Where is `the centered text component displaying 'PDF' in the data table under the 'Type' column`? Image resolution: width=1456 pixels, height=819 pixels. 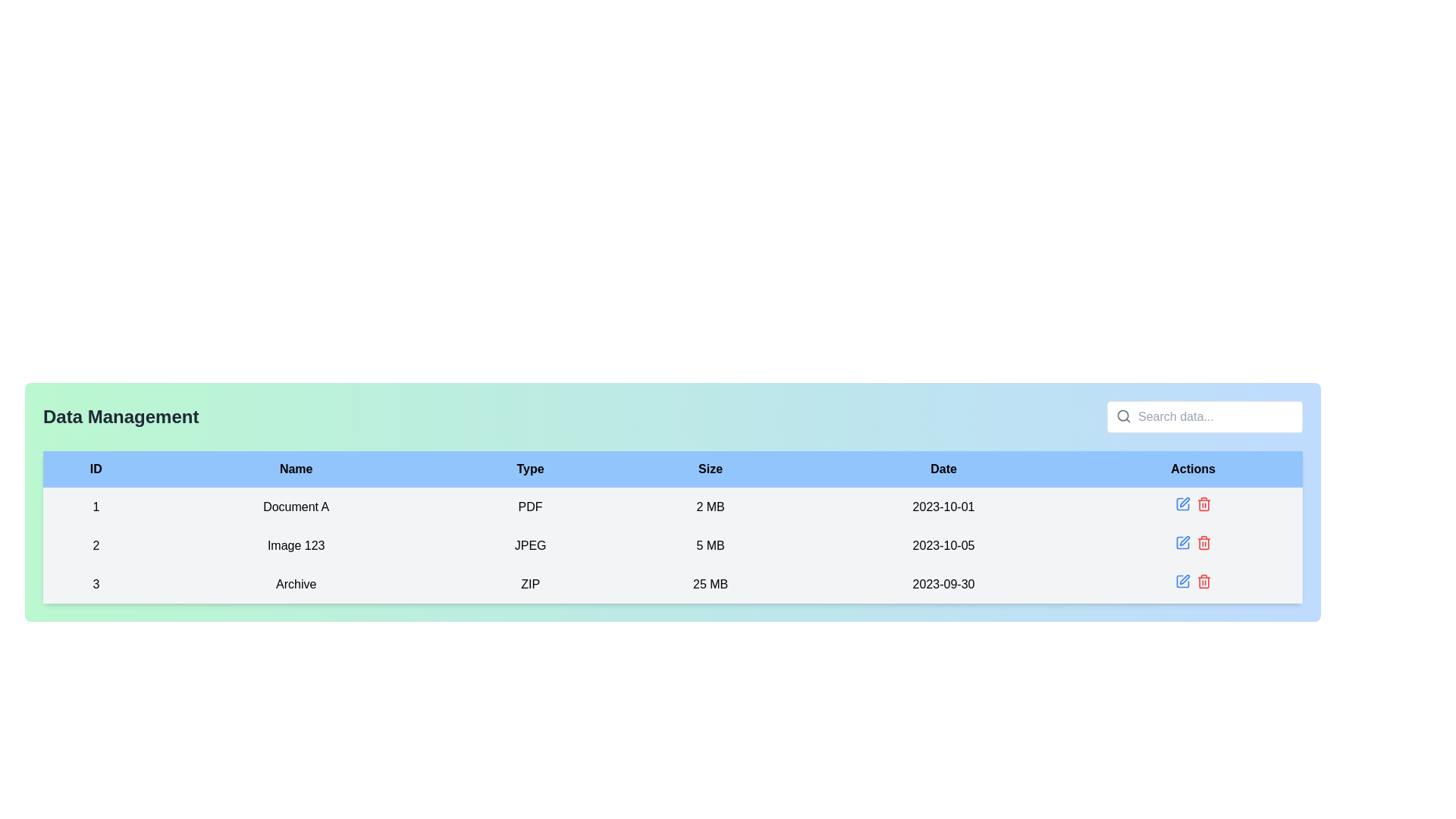 the centered text component displaying 'PDF' in the data table under the 'Type' column is located at coordinates (530, 507).